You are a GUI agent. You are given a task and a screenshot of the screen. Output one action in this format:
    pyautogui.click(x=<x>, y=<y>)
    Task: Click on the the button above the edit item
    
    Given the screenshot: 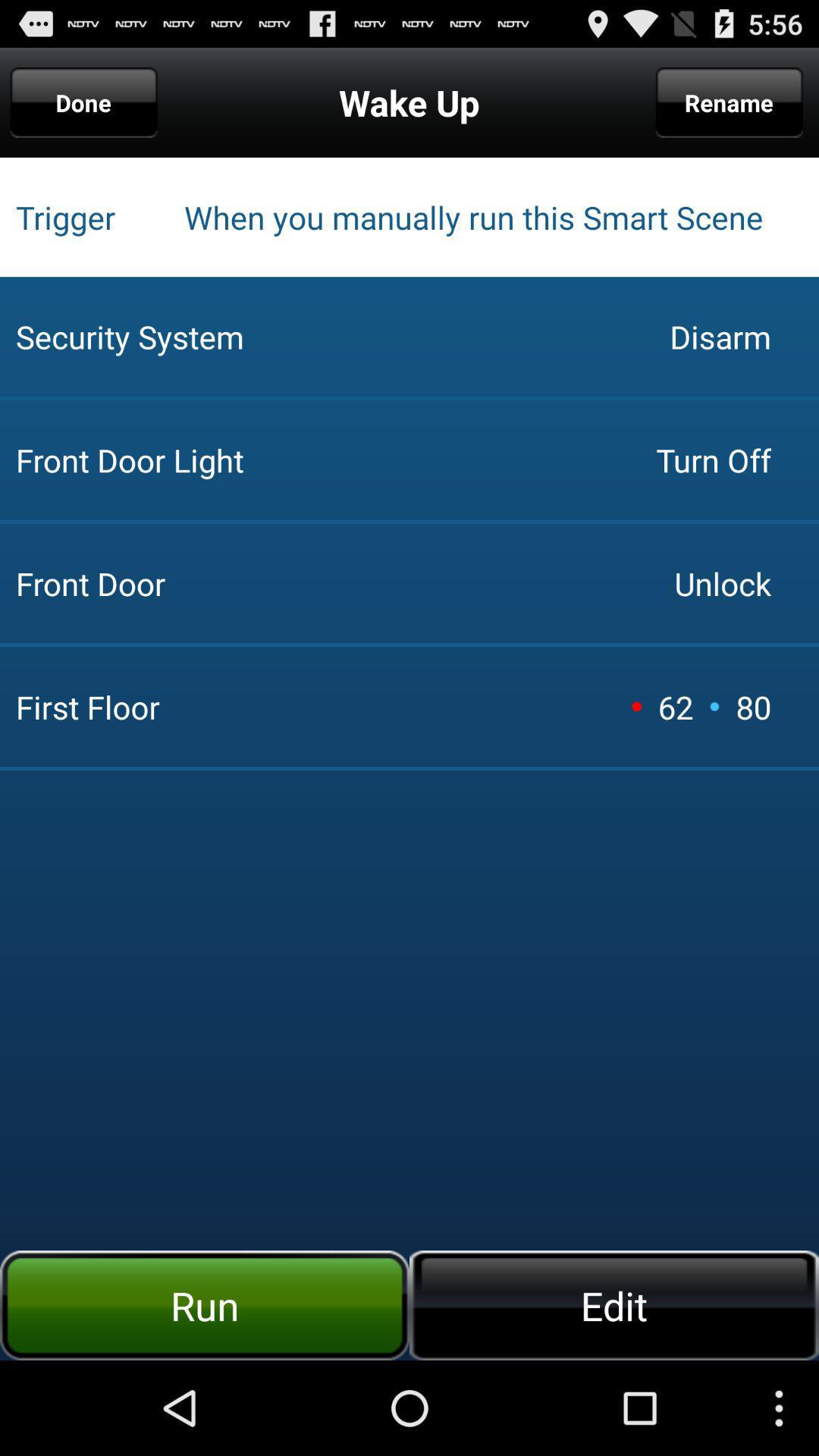 What is the action you would take?
    pyautogui.click(x=636, y=705)
    